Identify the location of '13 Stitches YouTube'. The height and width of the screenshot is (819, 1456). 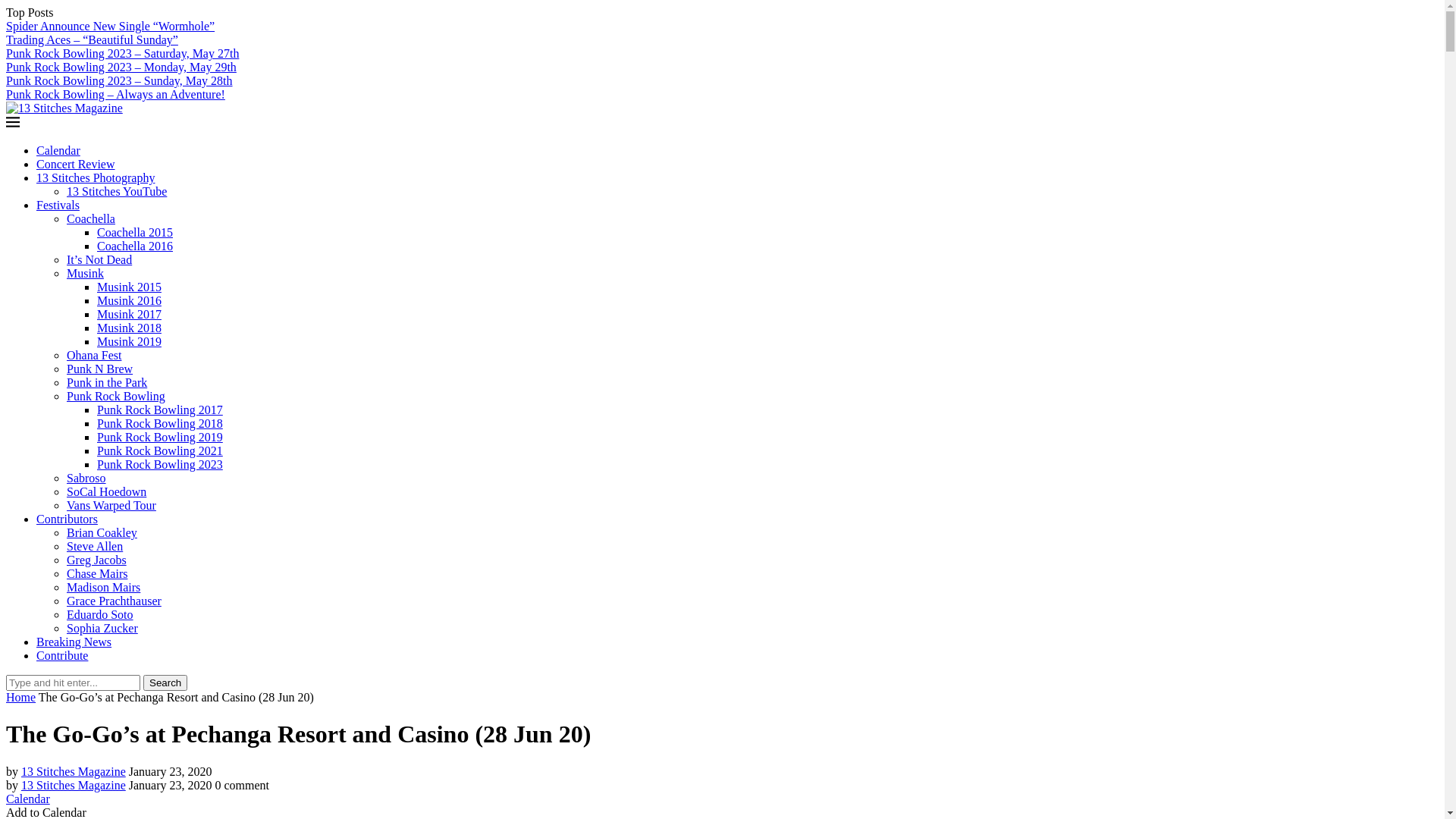
(115, 190).